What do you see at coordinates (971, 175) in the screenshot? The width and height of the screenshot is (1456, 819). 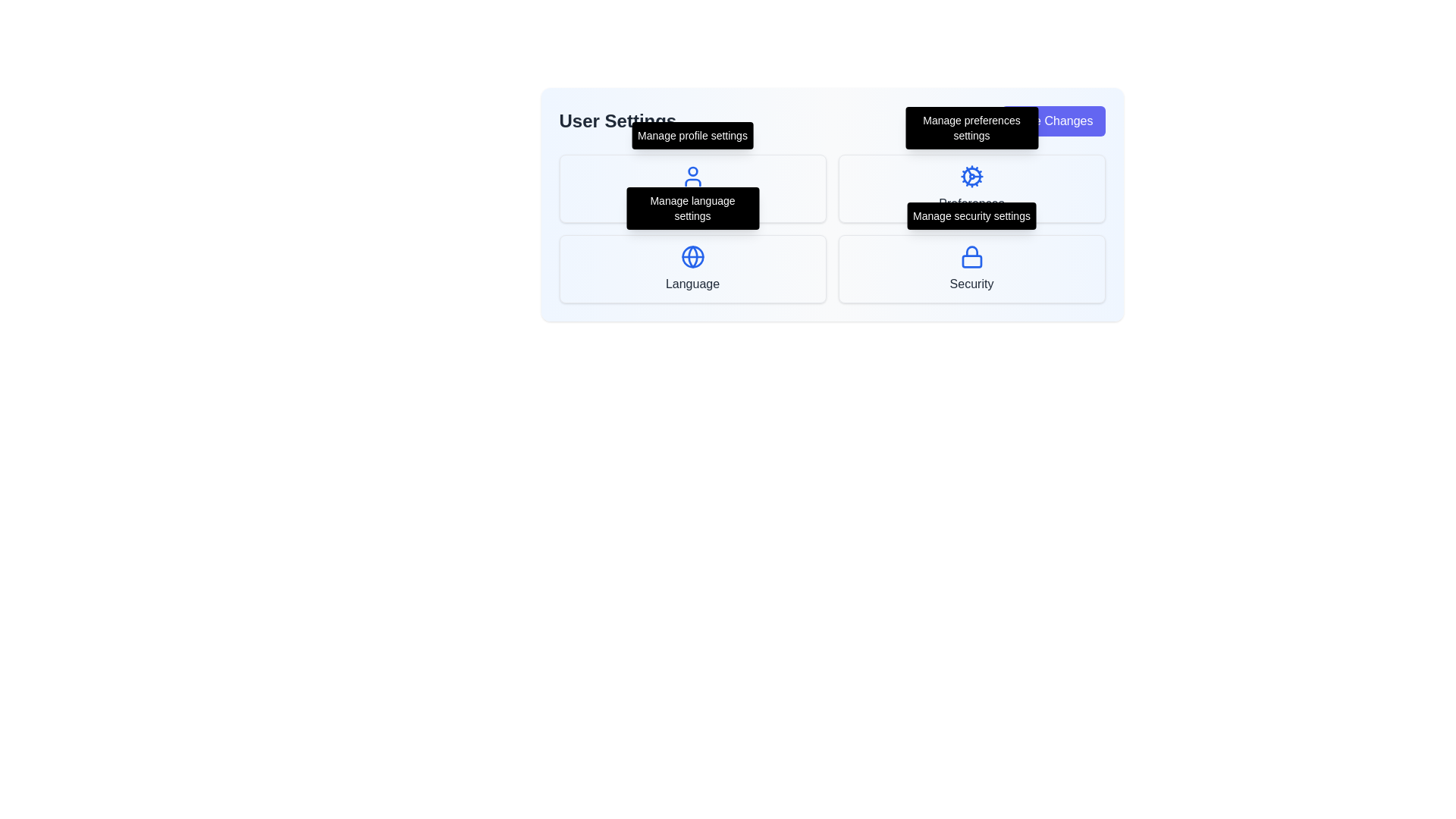 I see `the cogwheel icon with a blue outline located in the 'Preferences' section of the settings interface` at bounding box center [971, 175].